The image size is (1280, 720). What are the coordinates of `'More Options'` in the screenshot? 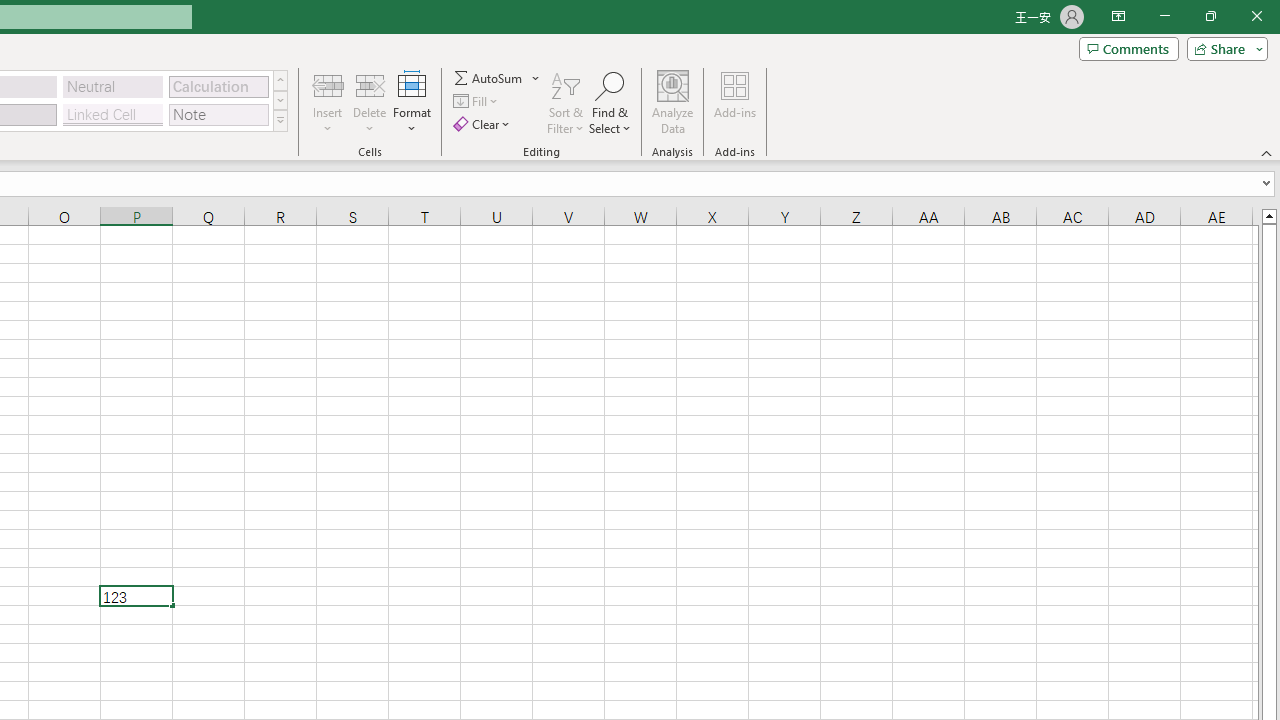 It's located at (536, 77).